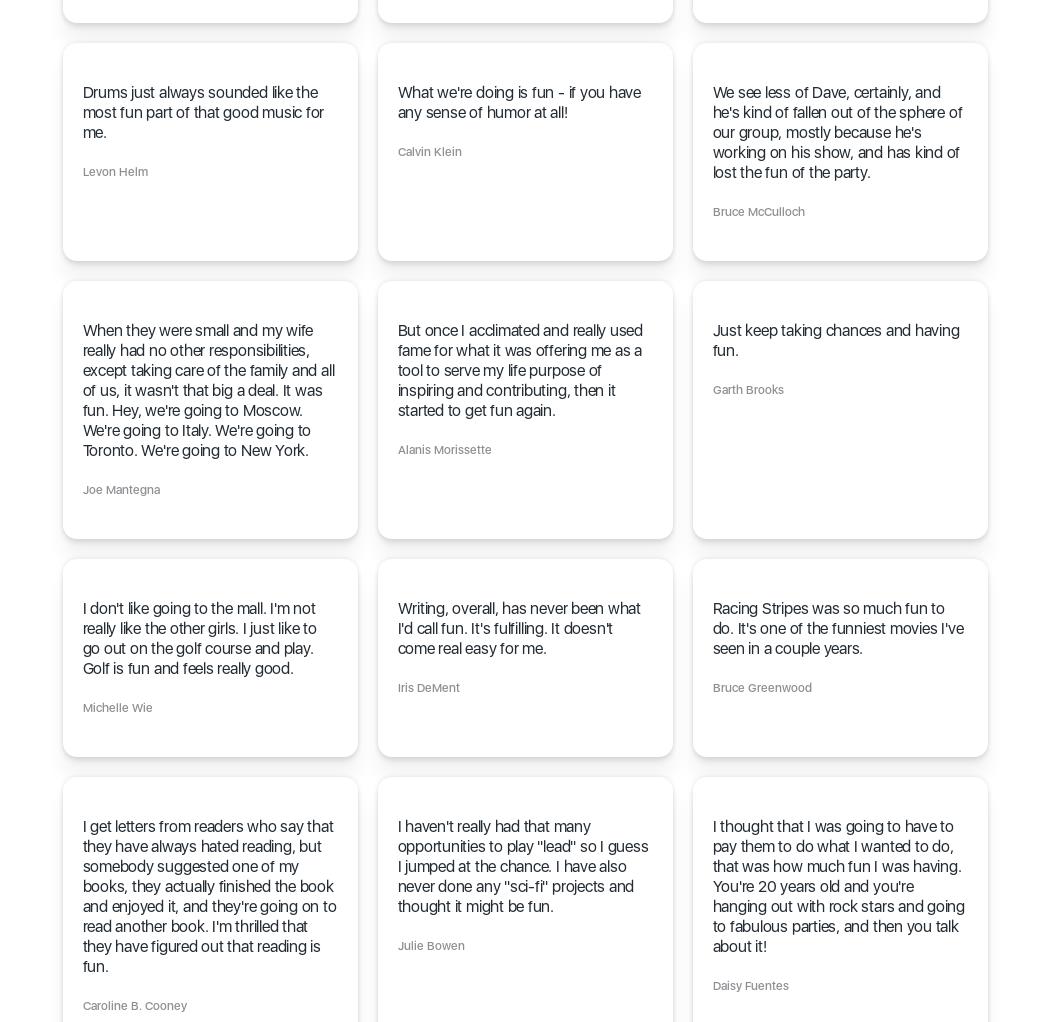  I want to click on 'Caroline B. Cooney', so click(82, 1005).